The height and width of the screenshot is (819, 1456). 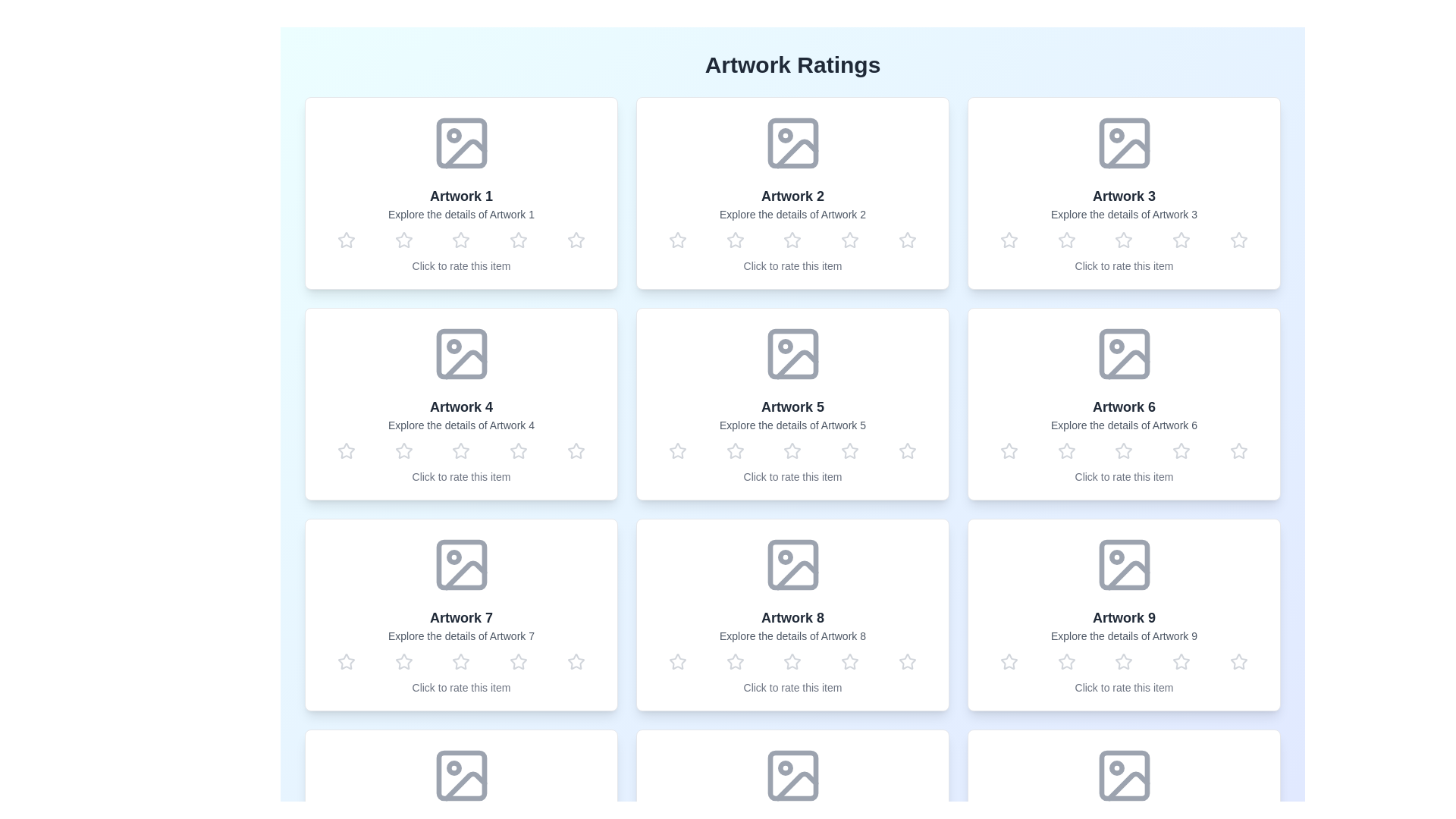 What do you see at coordinates (576, 239) in the screenshot?
I see `the star corresponding to 5 to observe interaction feedback` at bounding box center [576, 239].